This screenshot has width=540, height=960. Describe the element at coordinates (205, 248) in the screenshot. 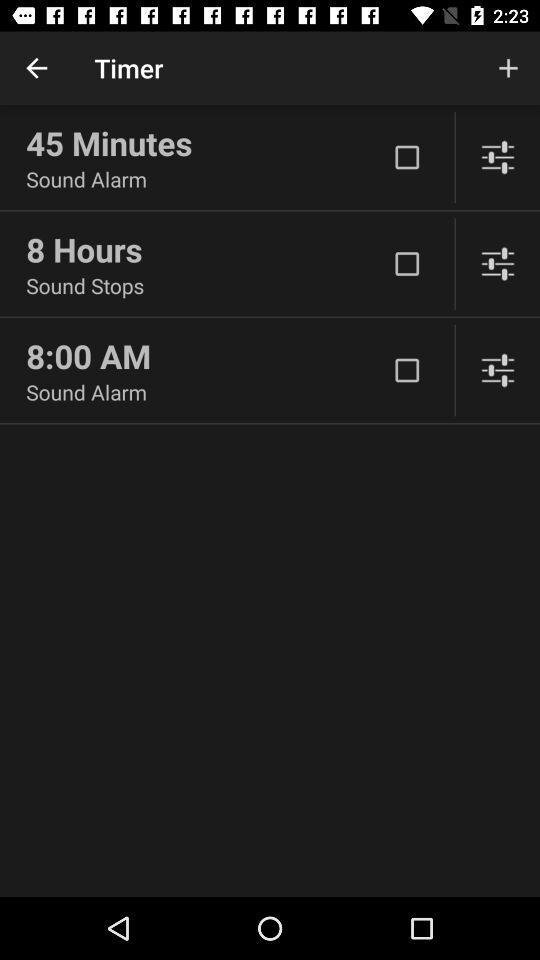

I see `the 8 hours` at that location.